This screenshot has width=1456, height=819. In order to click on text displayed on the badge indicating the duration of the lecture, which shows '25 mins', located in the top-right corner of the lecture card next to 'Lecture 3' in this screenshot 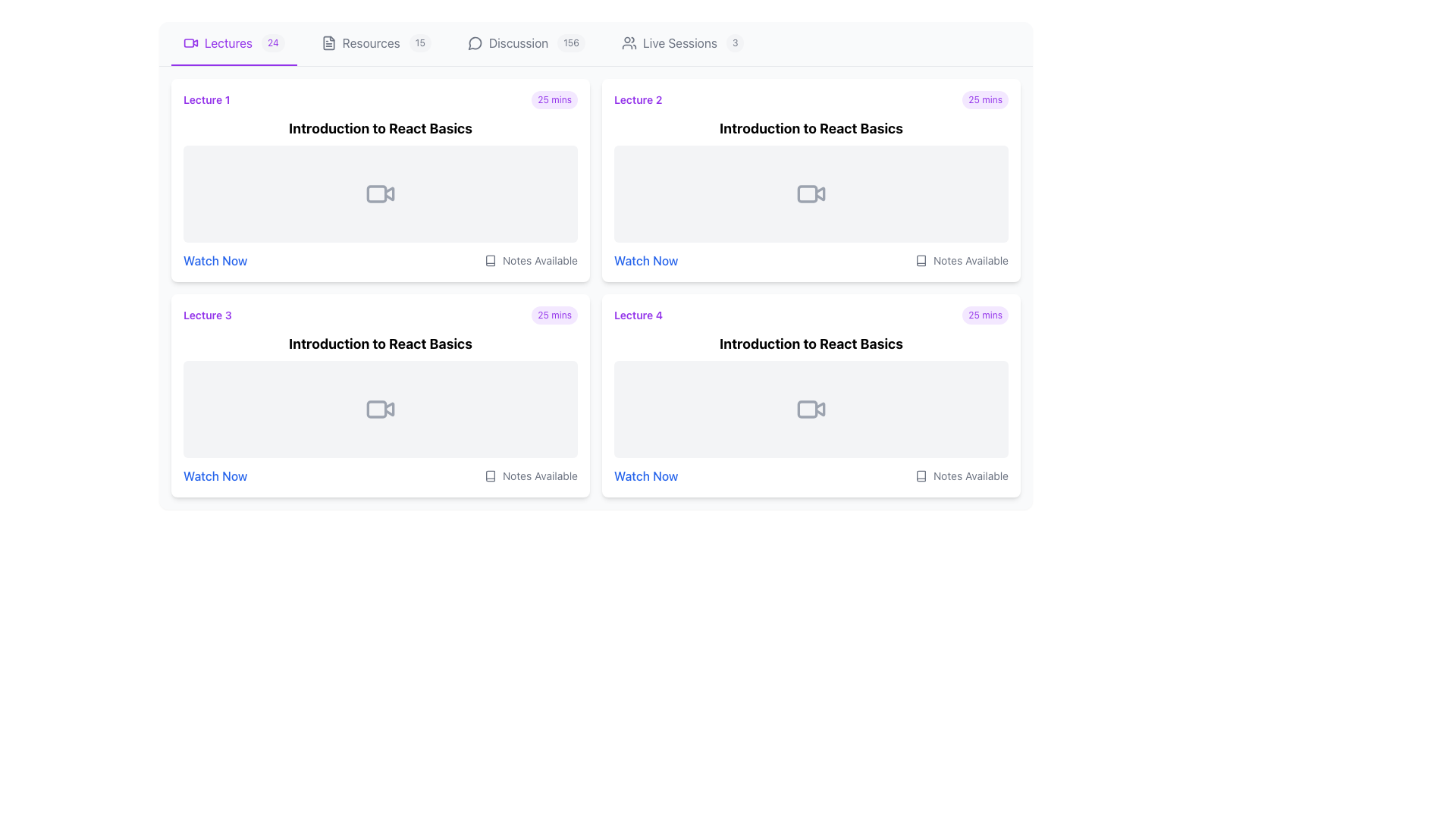, I will do `click(554, 315)`.